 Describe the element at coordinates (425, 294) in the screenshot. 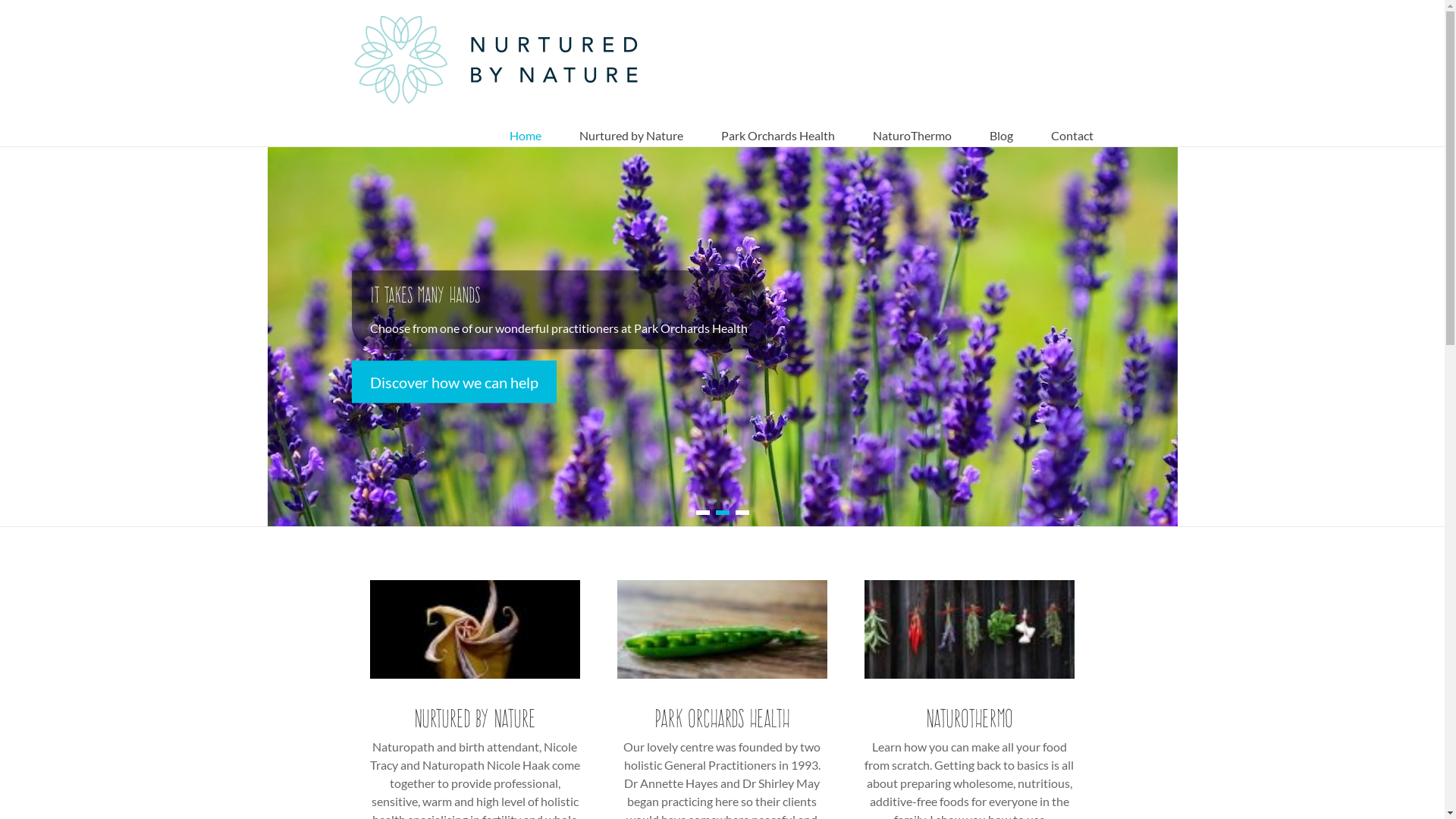

I see `'It takes many hands'` at that location.